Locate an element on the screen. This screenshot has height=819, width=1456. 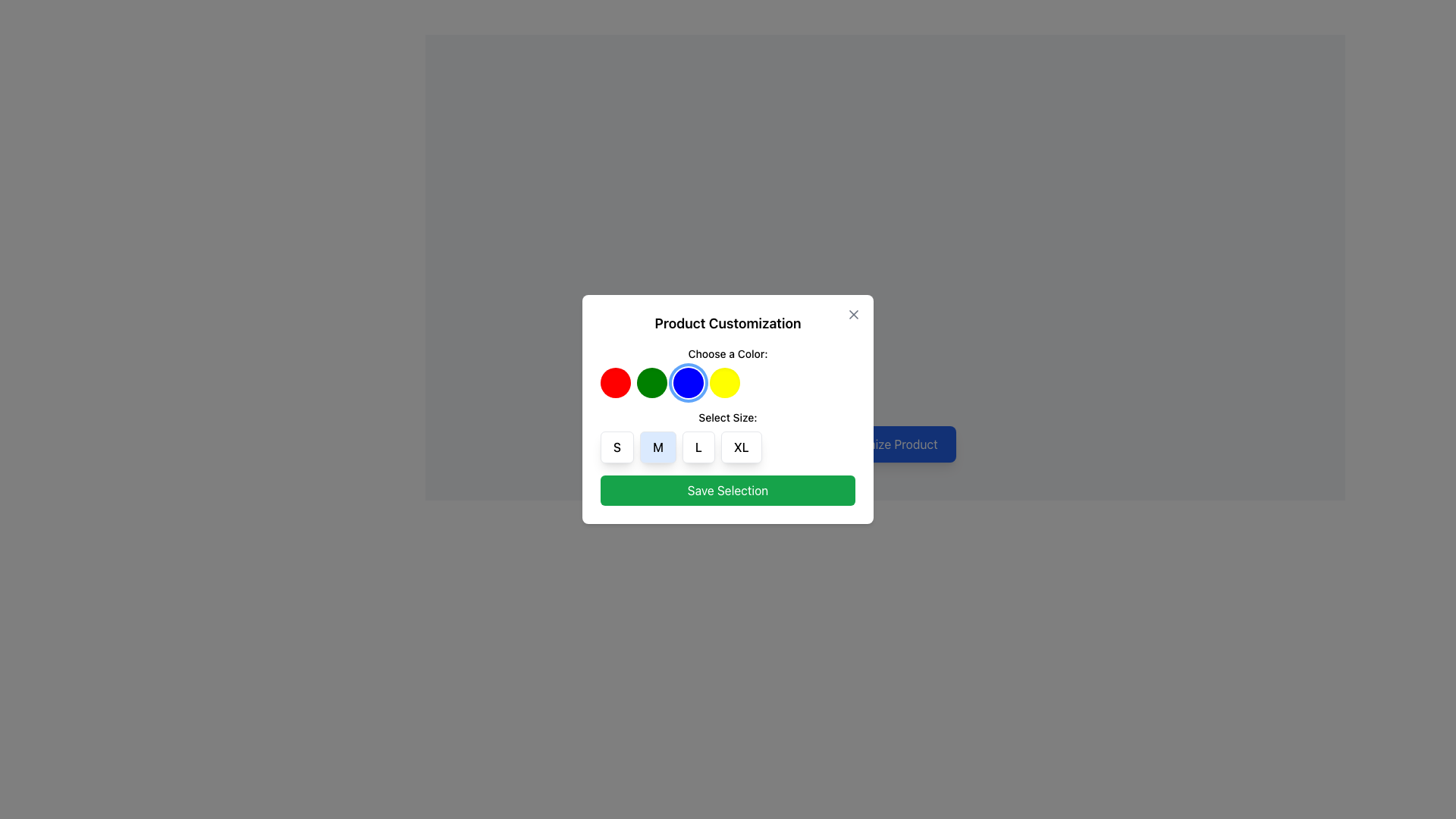
the button labeled 'L' within the 'Select Size' group of buttons in the 'Product Customization' dialog box is located at coordinates (728, 447).